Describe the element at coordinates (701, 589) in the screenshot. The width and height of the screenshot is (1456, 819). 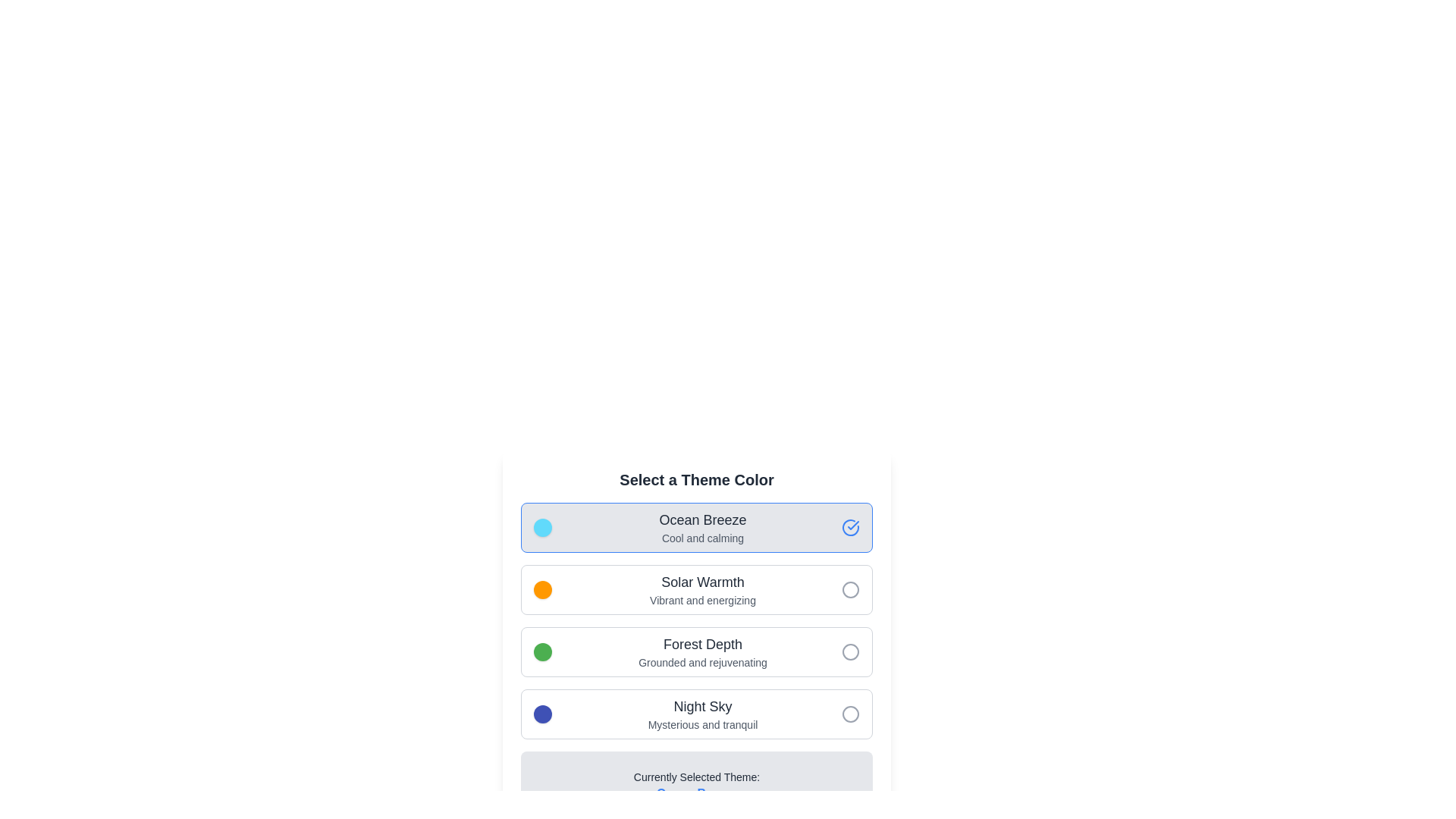
I see `the Text display block containing the title and subtitle for the 'Solar Warmth' theme, located in the second card of the vertical list of selectable theme options` at that location.